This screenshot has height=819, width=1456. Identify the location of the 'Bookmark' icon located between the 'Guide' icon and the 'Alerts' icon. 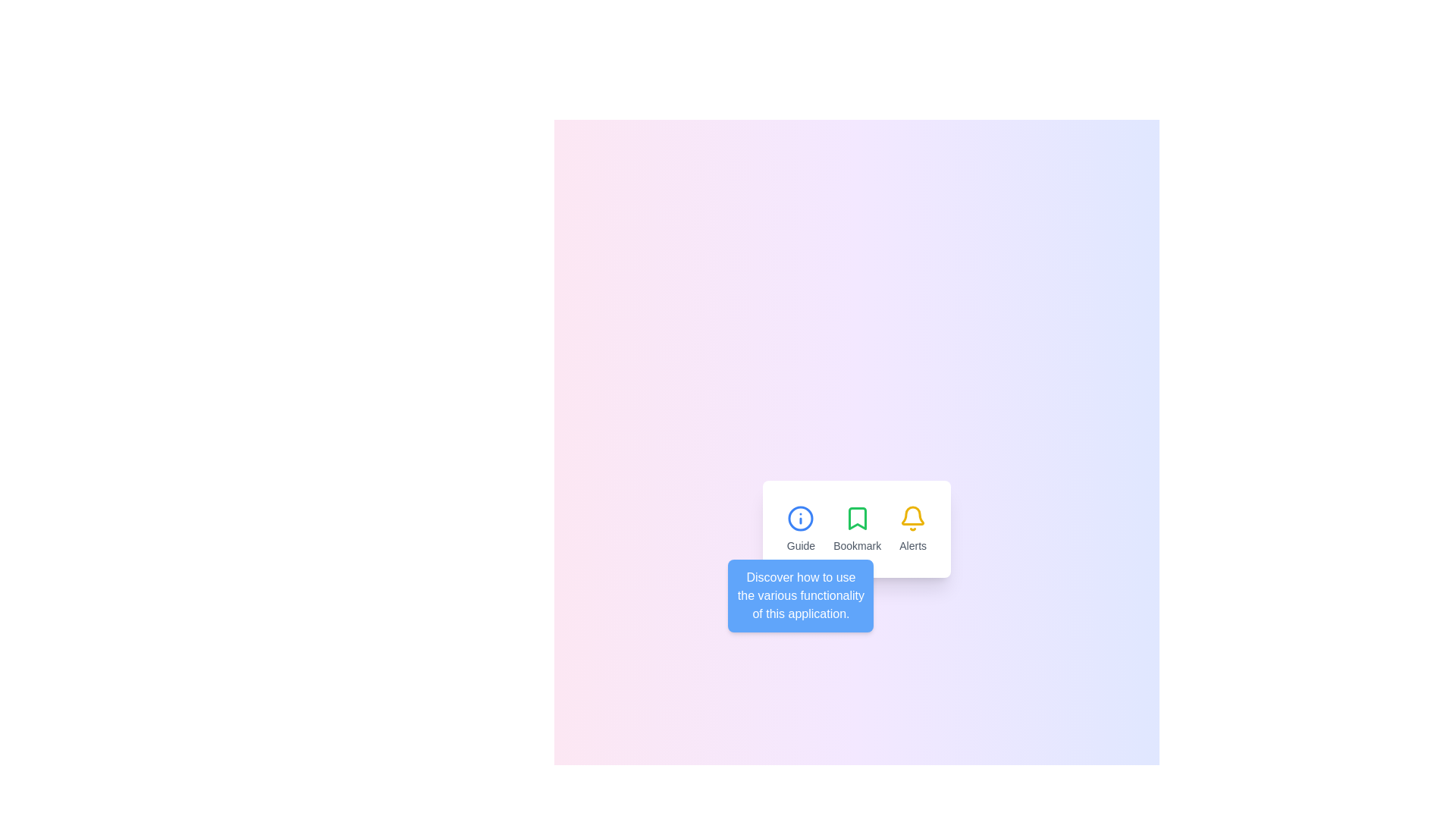
(856, 529).